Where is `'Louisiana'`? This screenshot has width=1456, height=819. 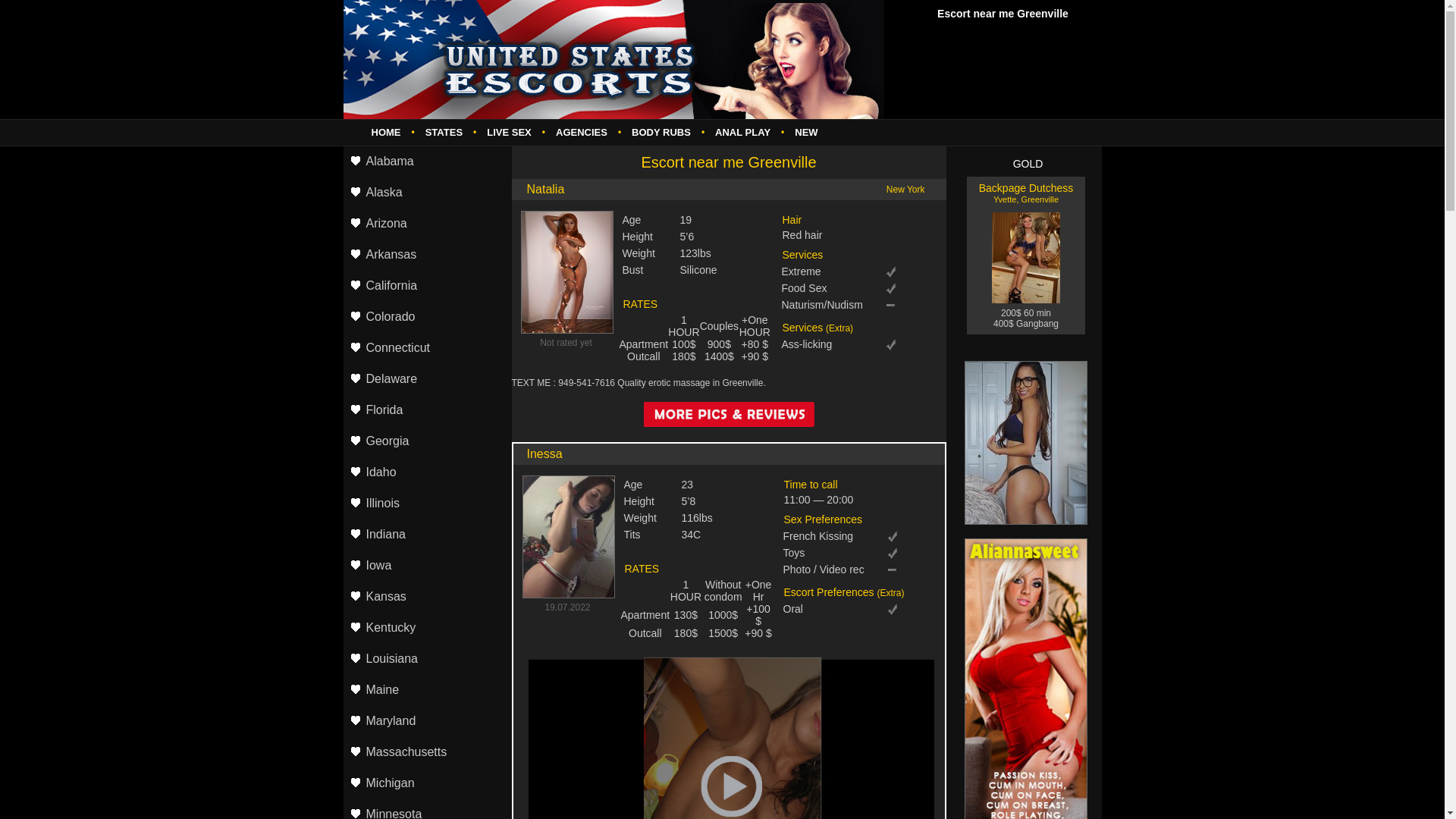
'Louisiana' is located at coordinates (425, 658).